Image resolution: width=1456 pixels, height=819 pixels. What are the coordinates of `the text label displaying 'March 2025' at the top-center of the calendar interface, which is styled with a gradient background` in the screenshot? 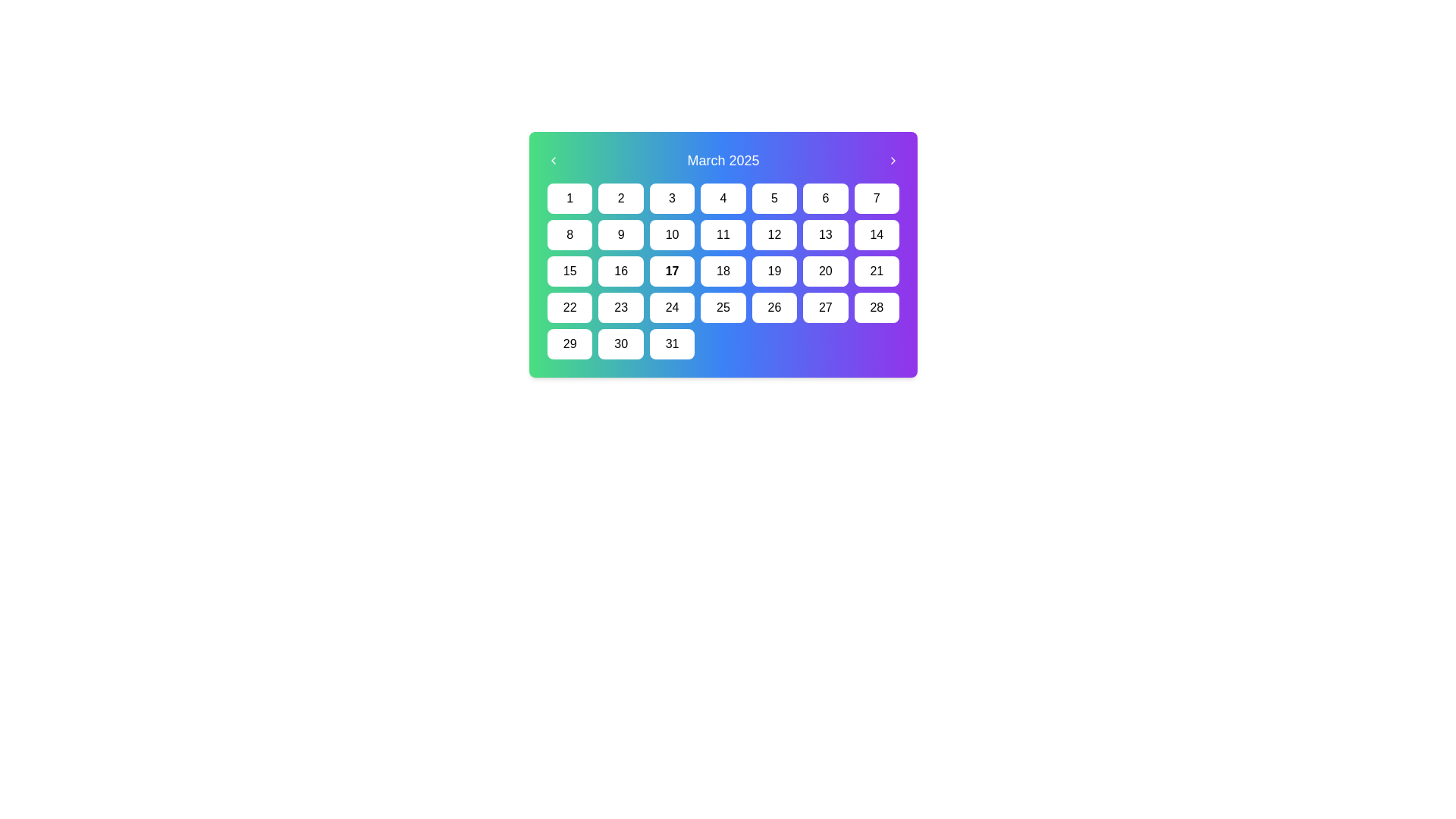 It's located at (723, 161).